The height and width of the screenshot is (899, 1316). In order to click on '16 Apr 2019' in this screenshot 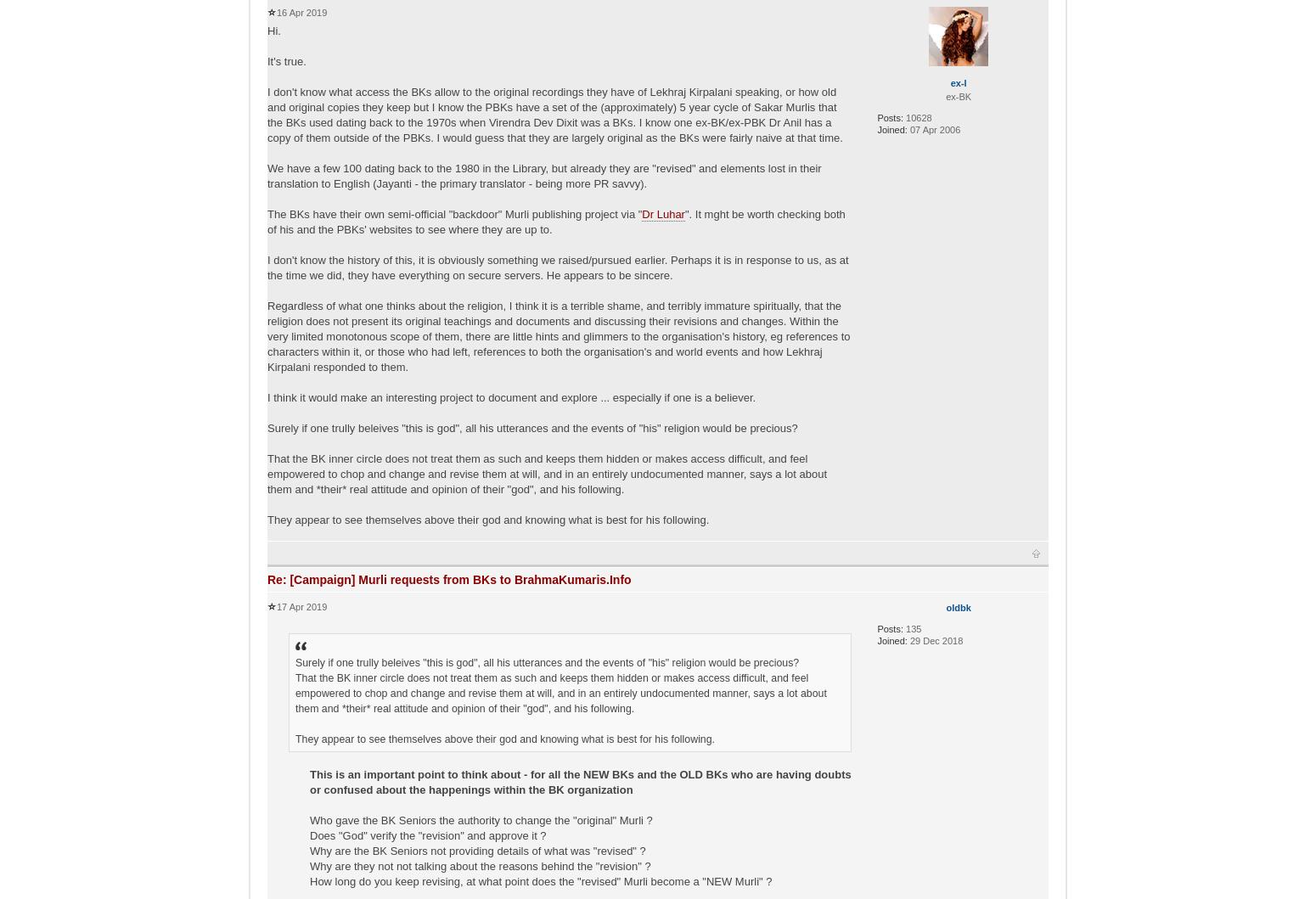, I will do `click(275, 11)`.